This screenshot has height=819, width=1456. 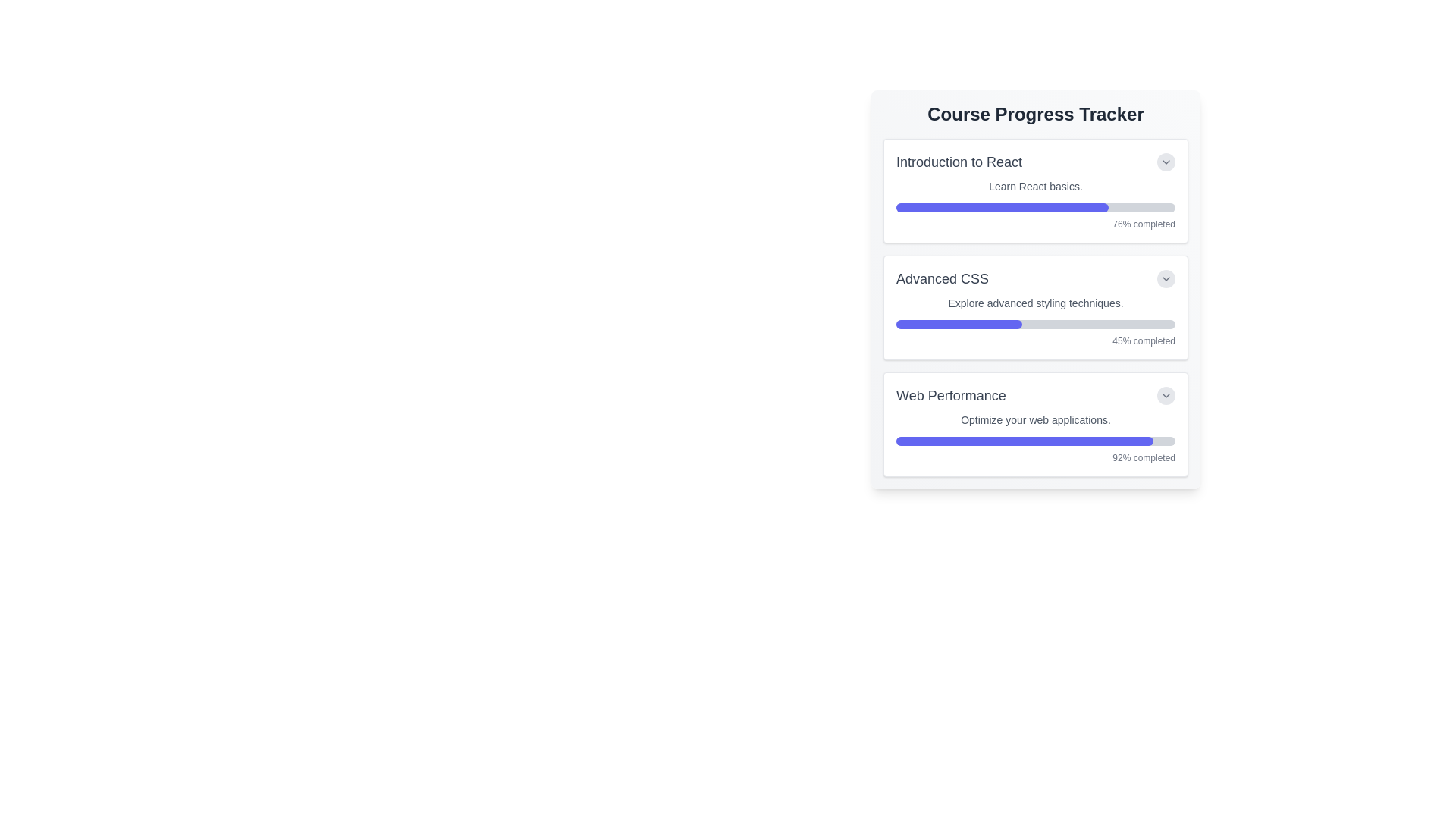 I want to click on the Text Label that identifies the 'Advanced CSS' course, located in the second card of the 'Course Progress Tracker' section, positioned above the progress bar and subtitle text, so click(x=942, y=278).